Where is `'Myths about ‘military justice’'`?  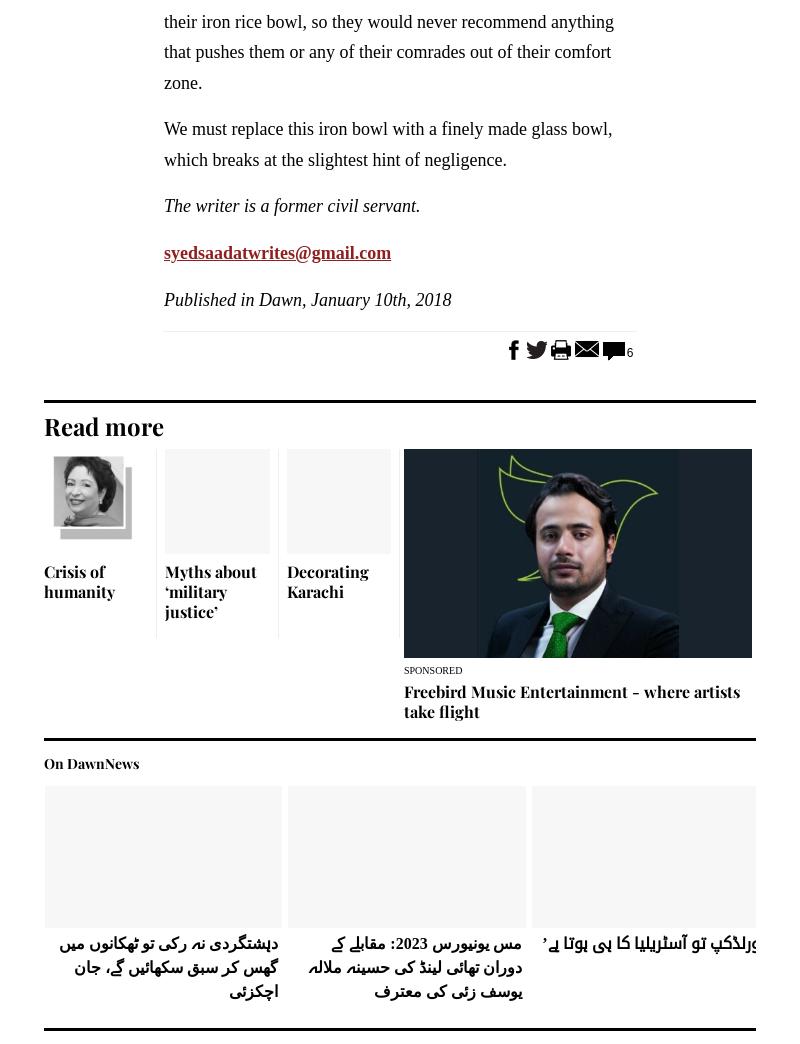
'Myths about ‘military justice’' is located at coordinates (210, 590).